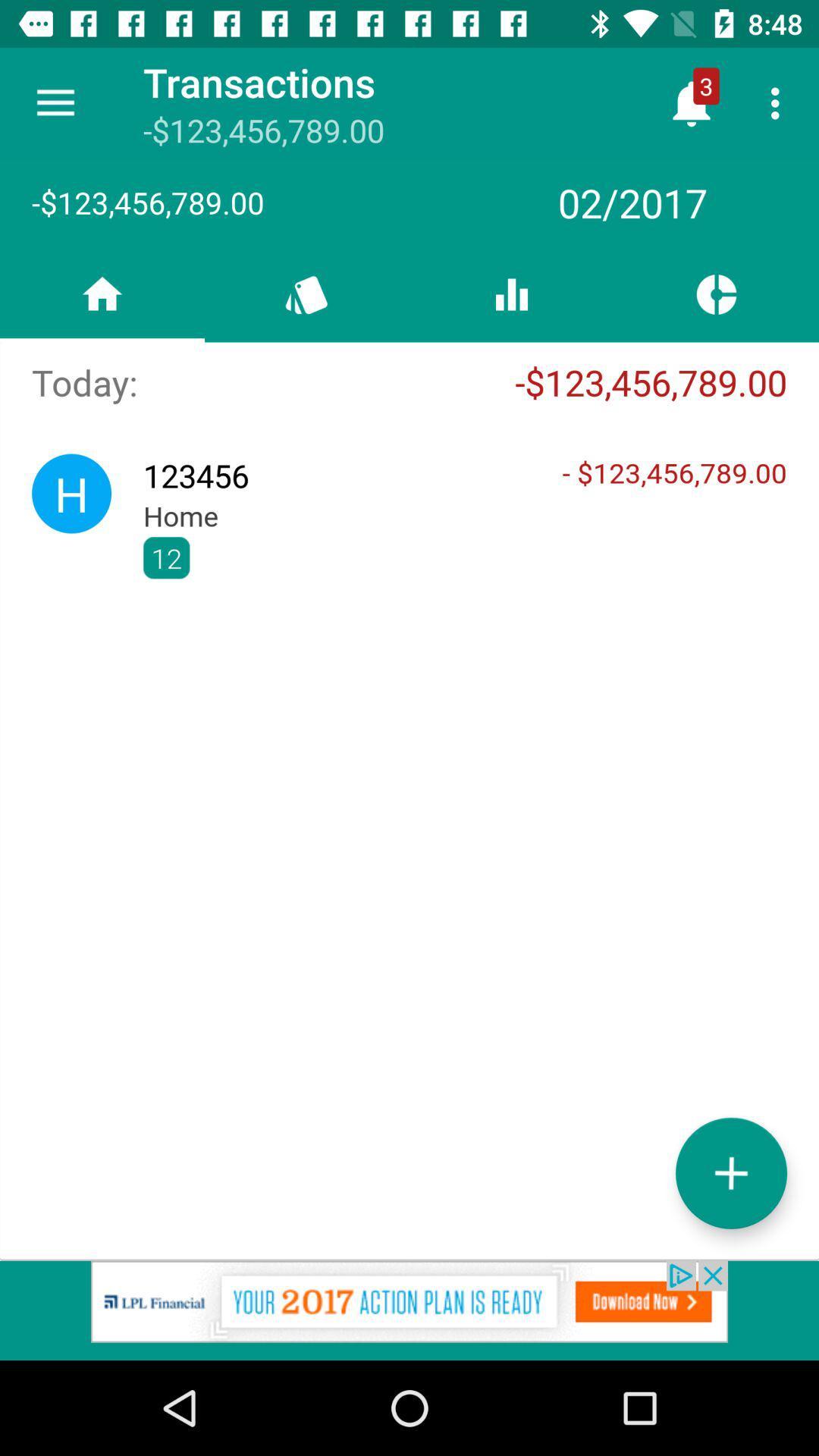 This screenshot has width=819, height=1456. Describe the element at coordinates (730, 1172) in the screenshot. I see `add button` at that location.